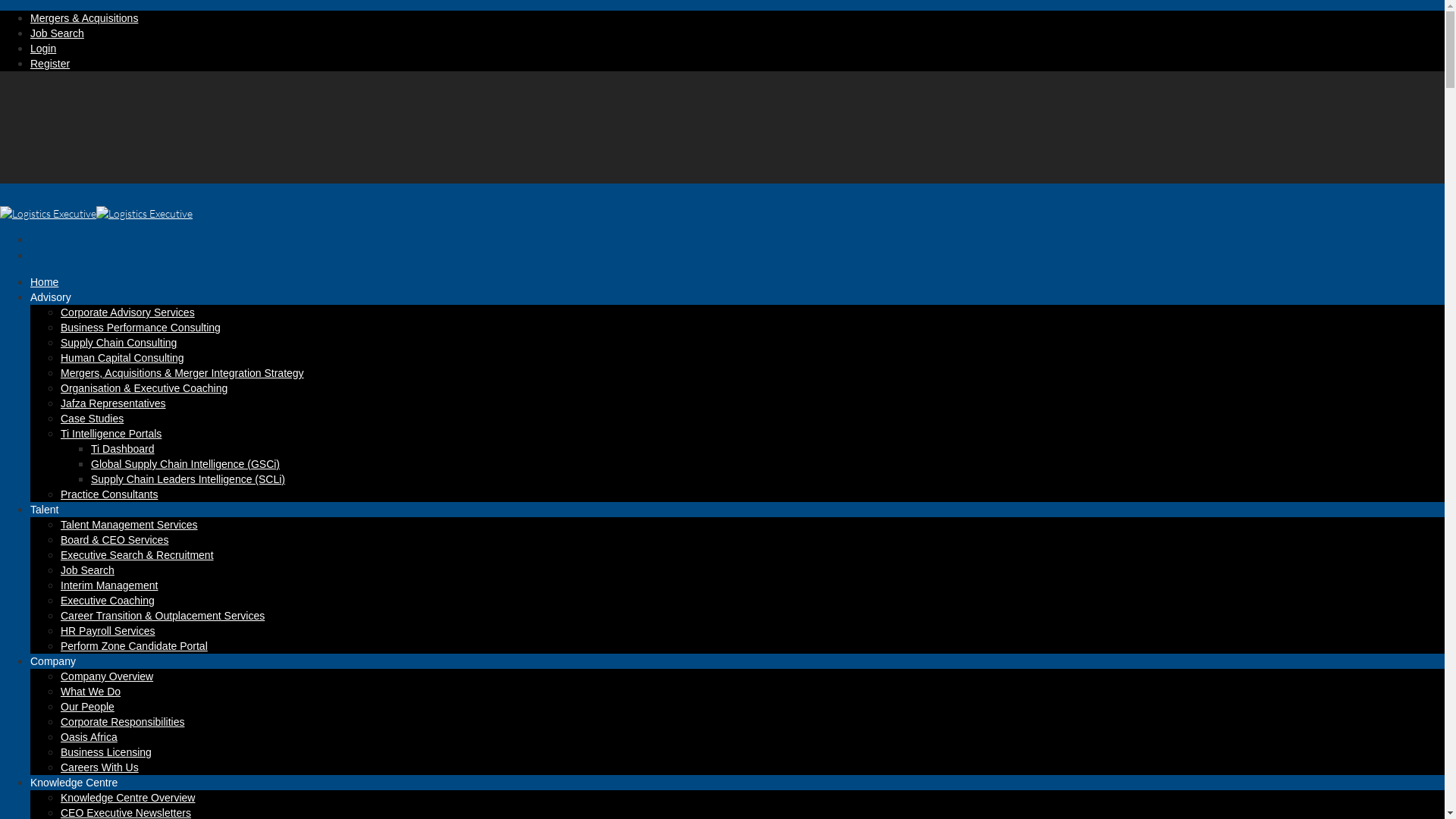  I want to click on 'Business Performance Consulting', so click(140, 327).